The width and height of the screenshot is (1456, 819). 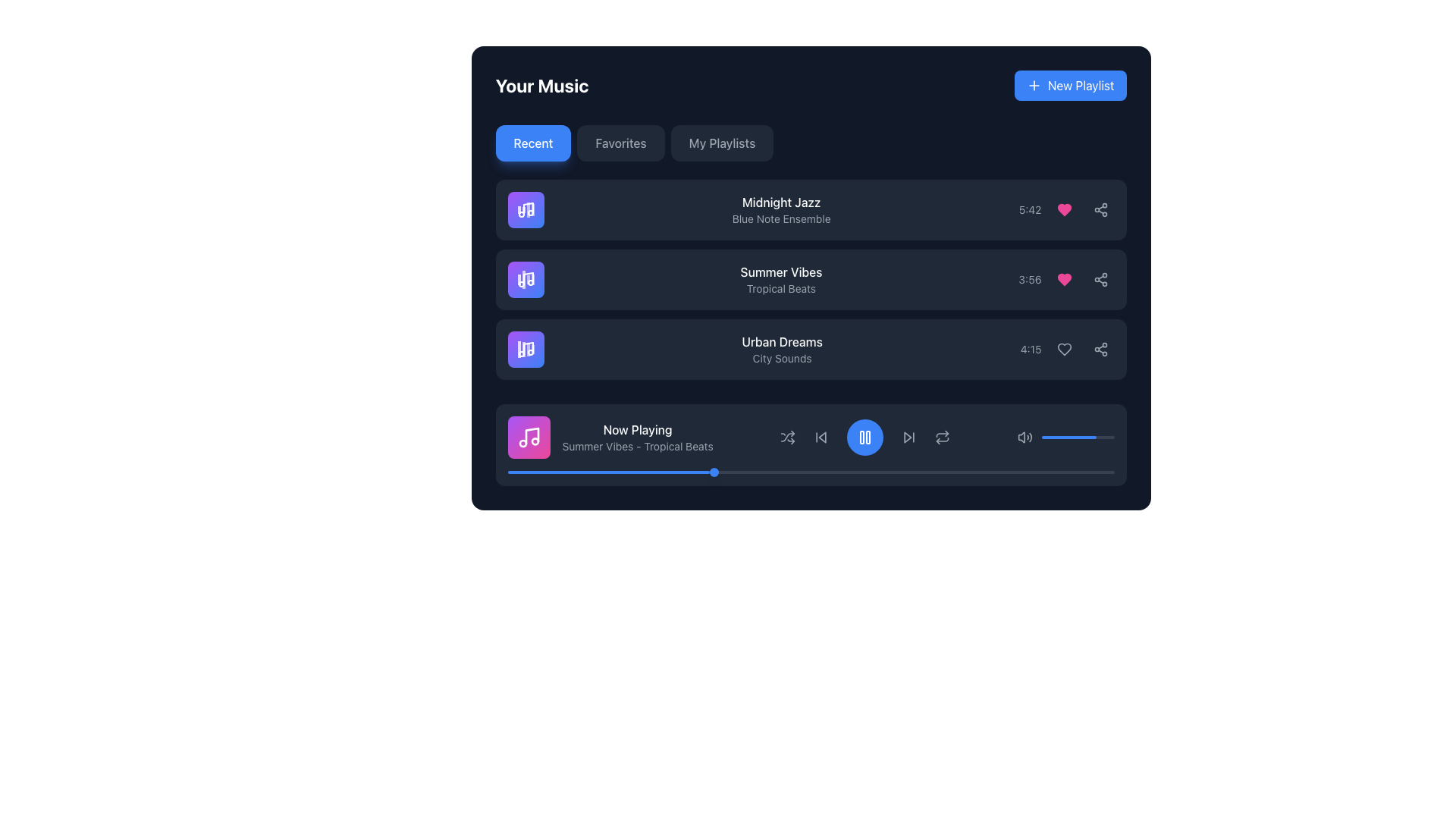 I want to click on the third icon in the vertical list representing the 'Urban Dreams' music track, so click(x=526, y=350).